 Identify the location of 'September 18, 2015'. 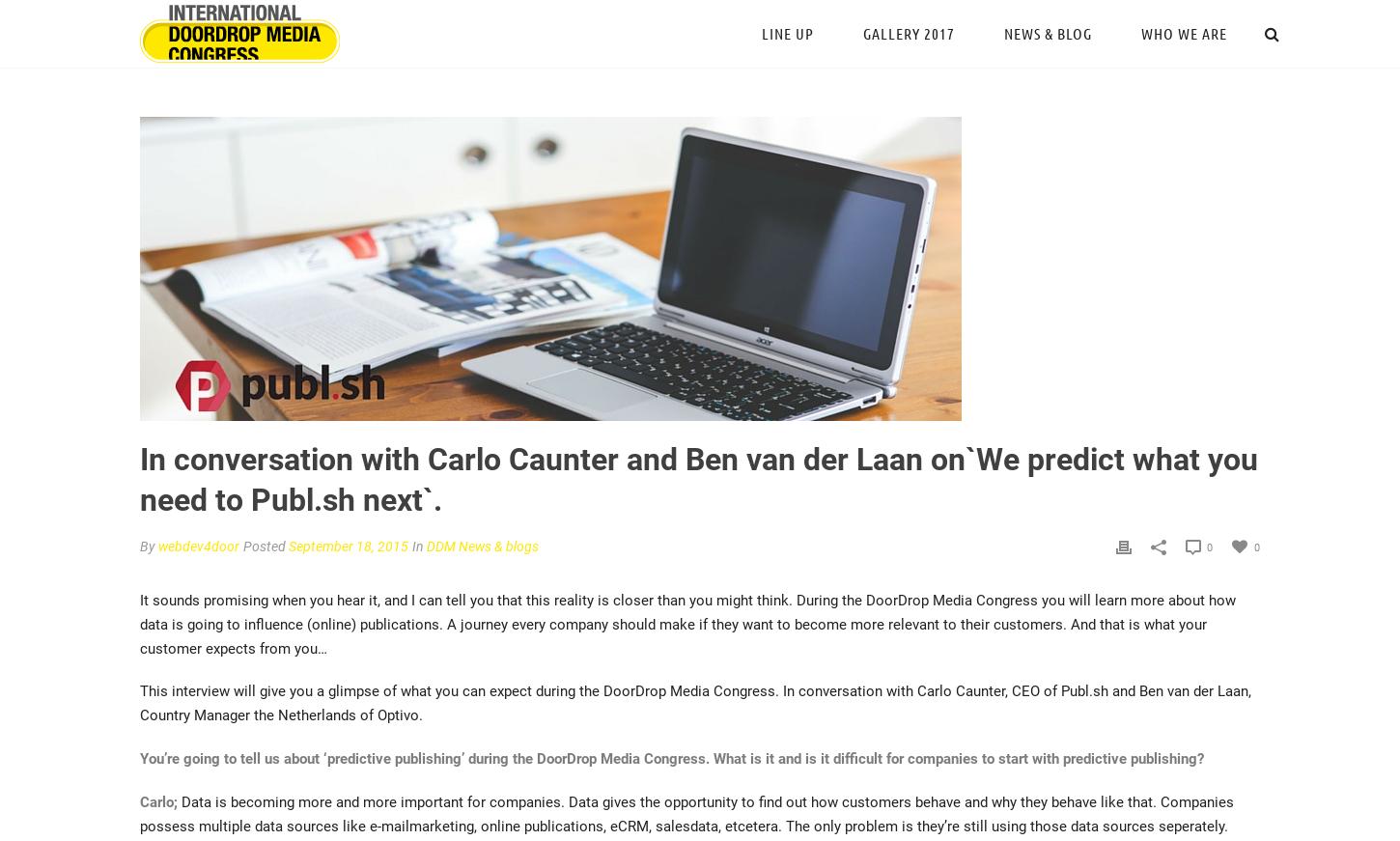
(349, 546).